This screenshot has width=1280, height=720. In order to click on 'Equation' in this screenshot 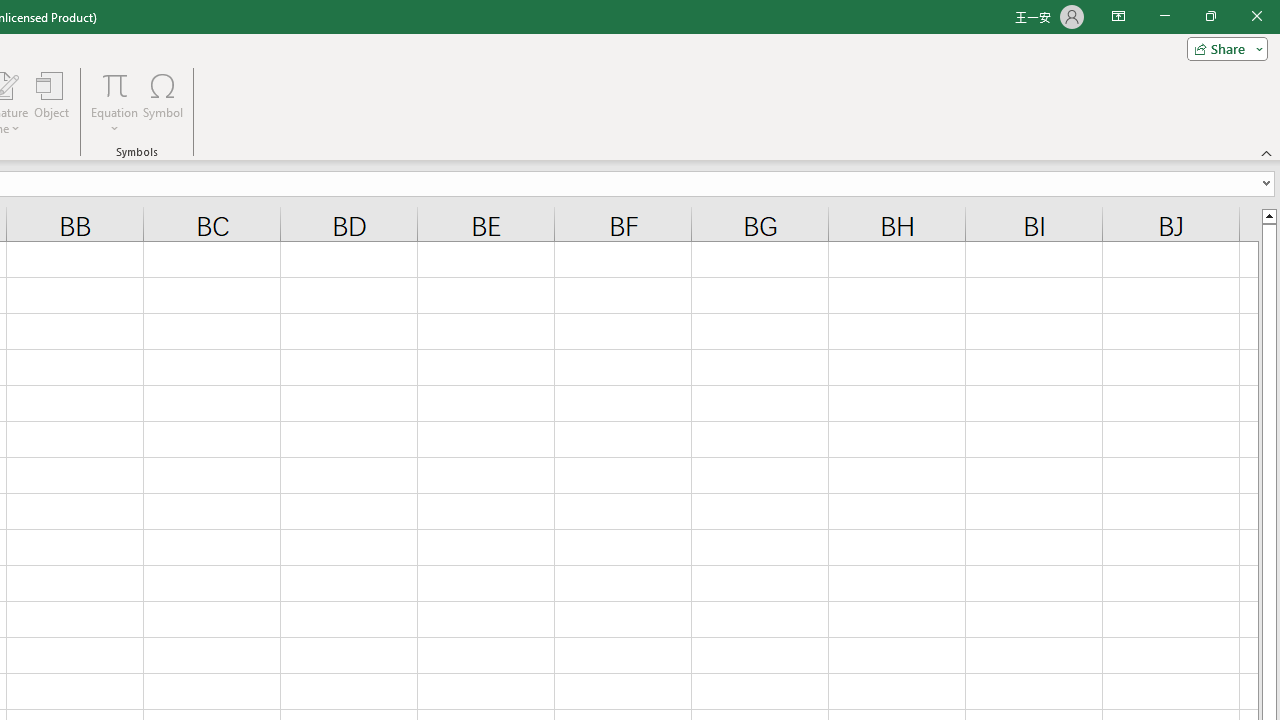, I will do `click(114, 84)`.